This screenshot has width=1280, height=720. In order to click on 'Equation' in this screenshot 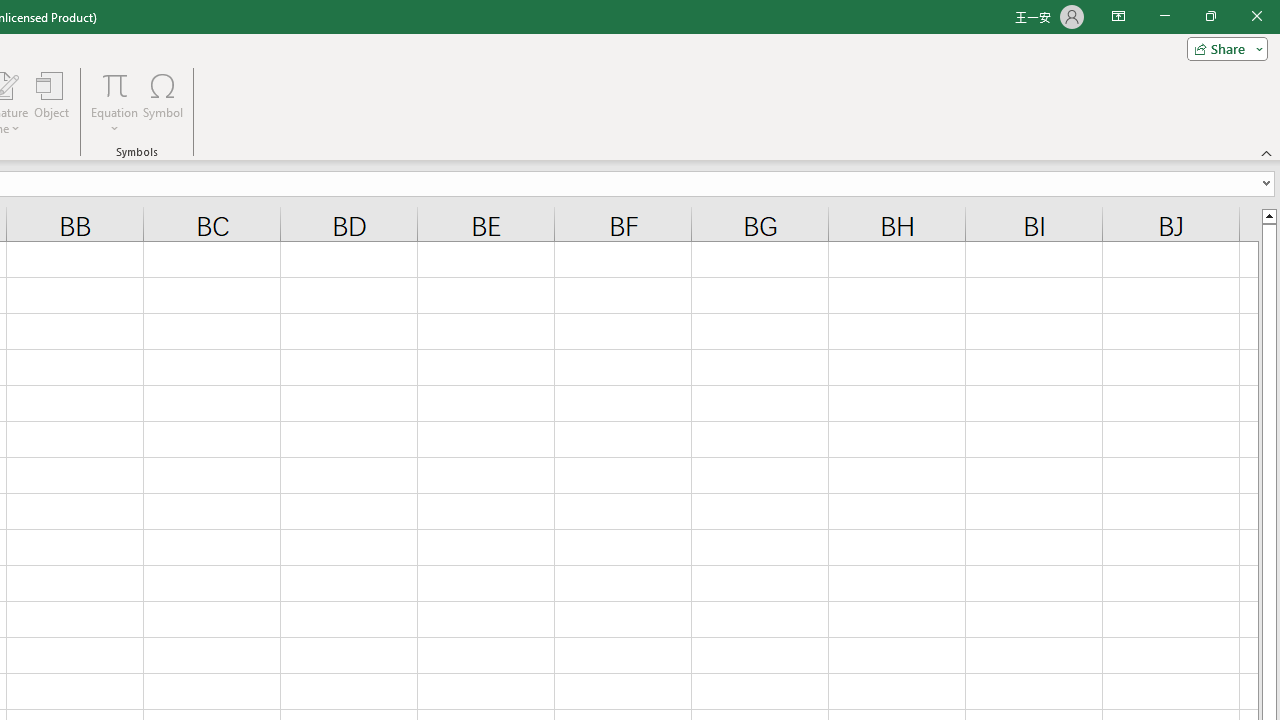, I will do `click(114, 84)`.